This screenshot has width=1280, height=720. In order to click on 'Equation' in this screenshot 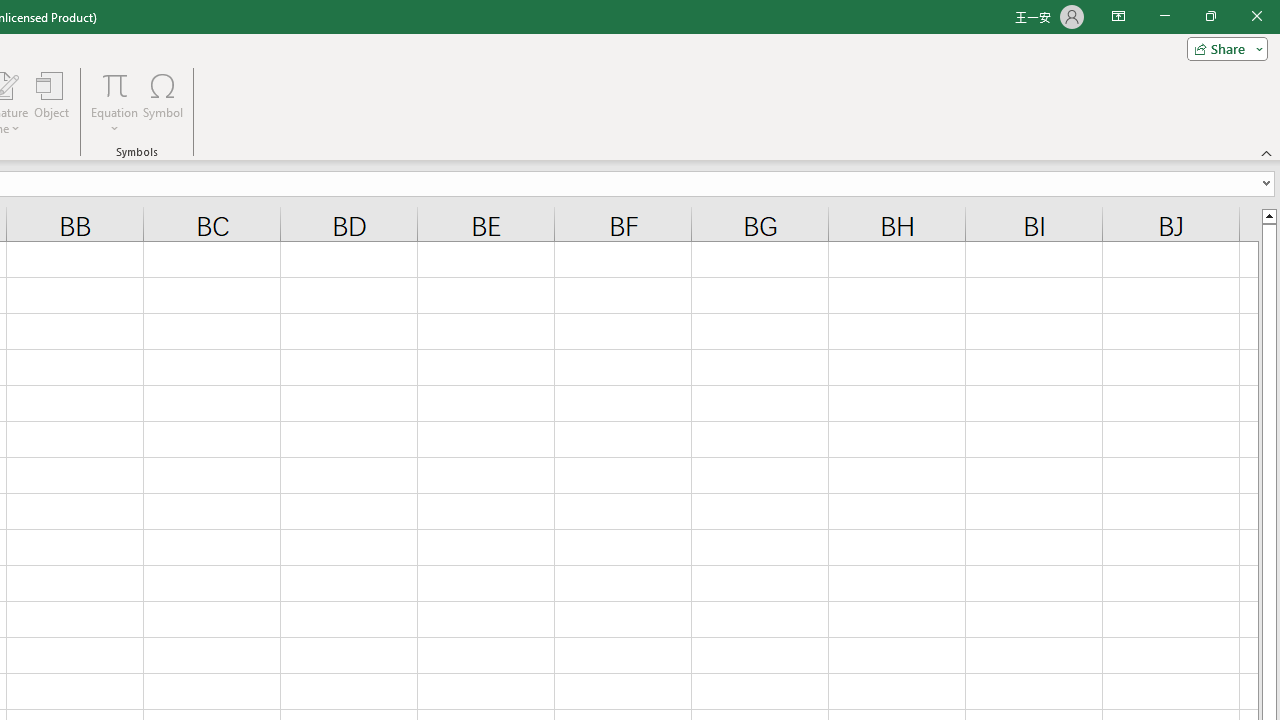, I will do `click(114, 84)`.